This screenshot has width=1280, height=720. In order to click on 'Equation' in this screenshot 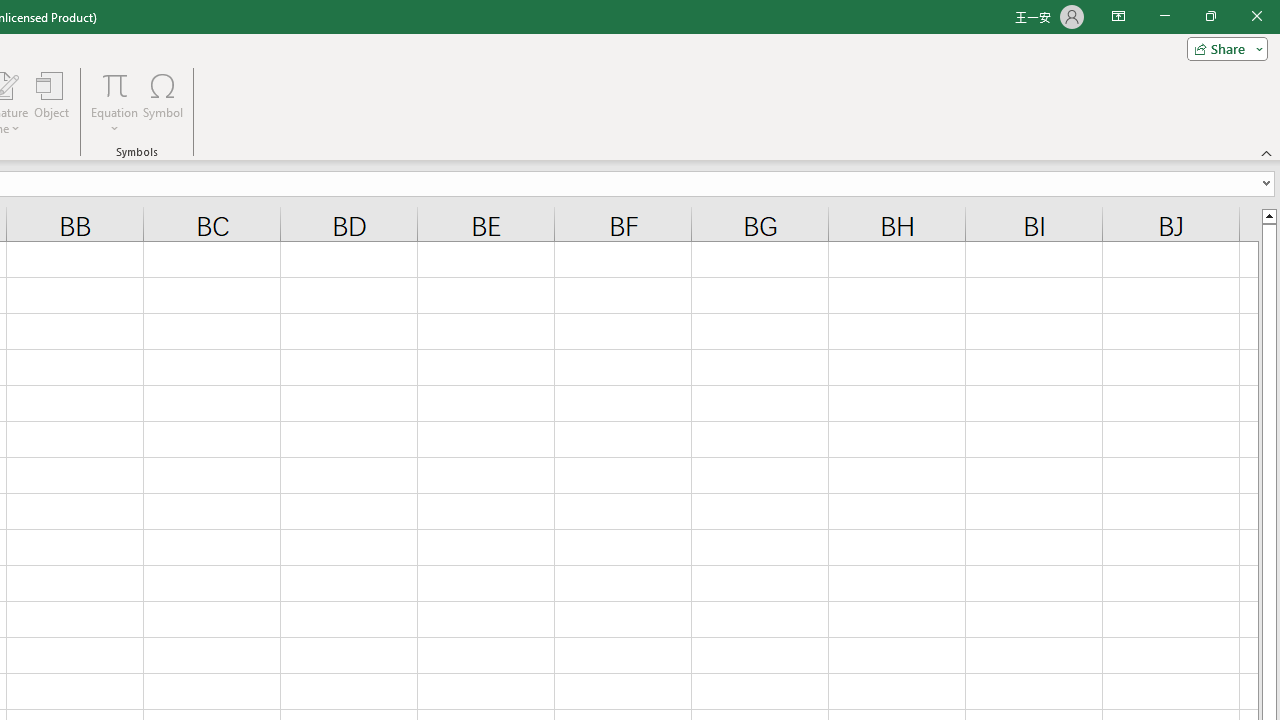, I will do `click(114, 84)`.